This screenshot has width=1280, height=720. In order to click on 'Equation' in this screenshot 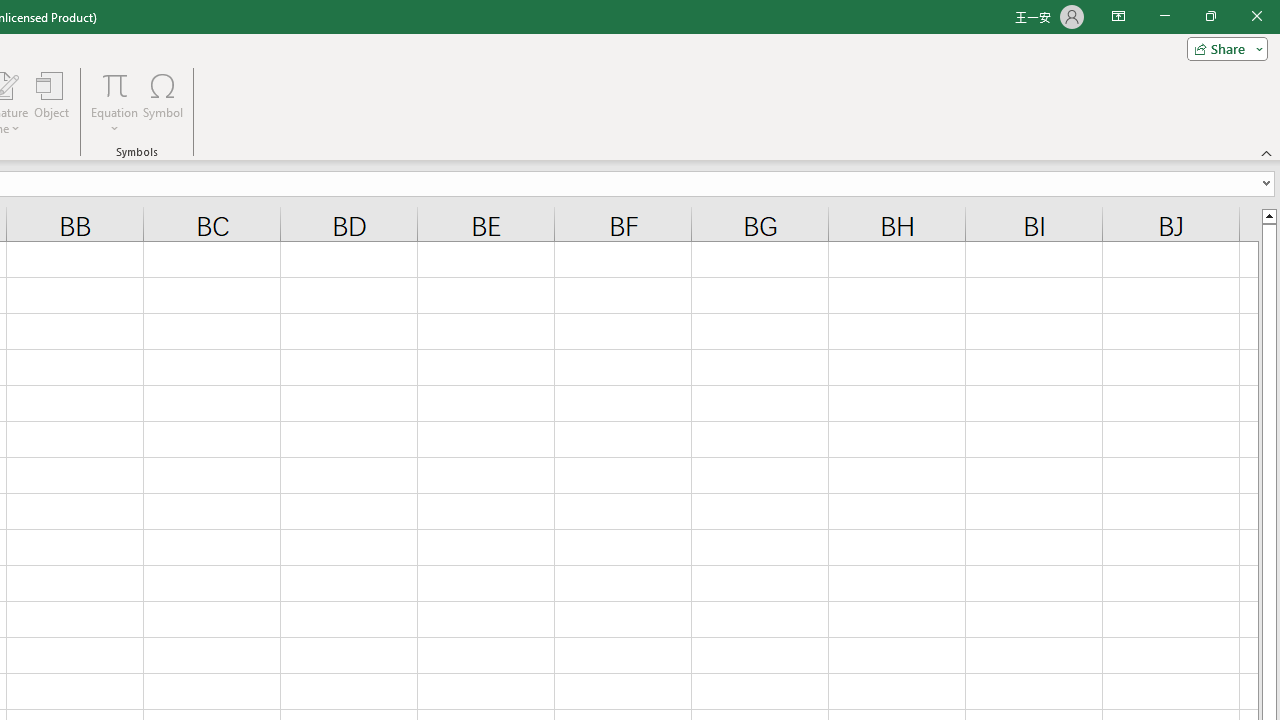, I will do `click(114, 84)`.